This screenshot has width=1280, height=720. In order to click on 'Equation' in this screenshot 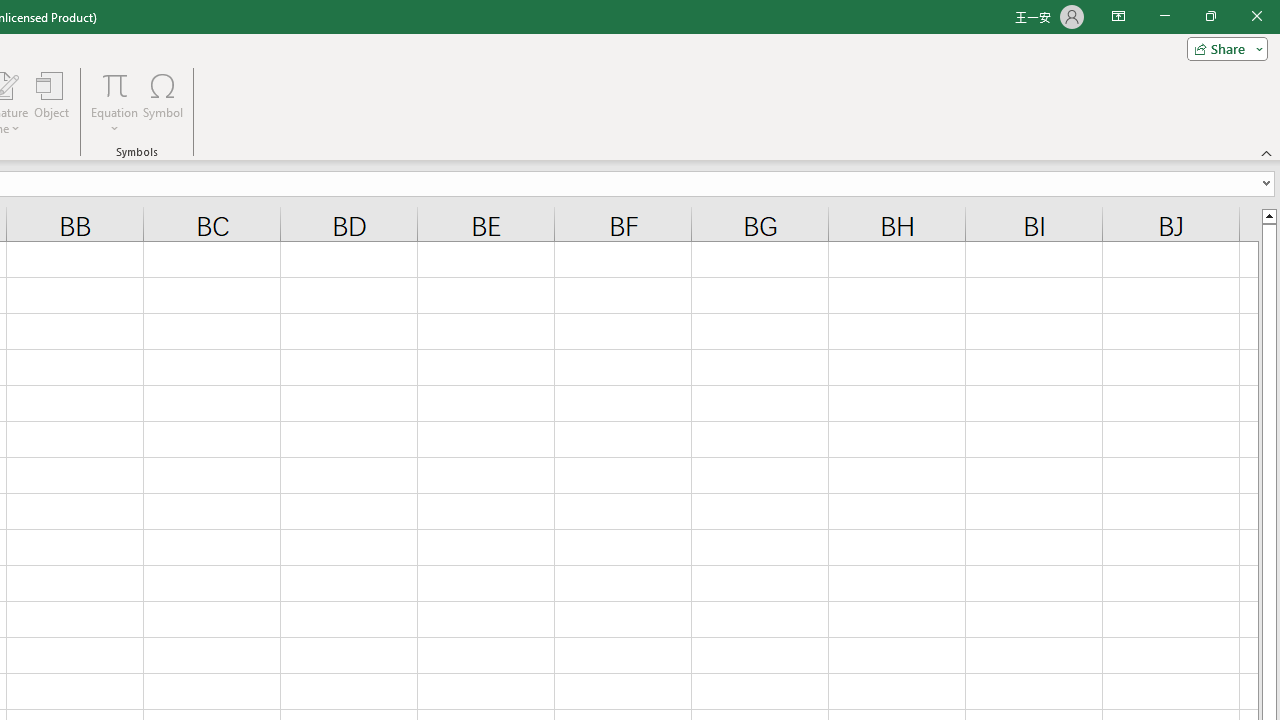, I will do `click(114, 84)`.